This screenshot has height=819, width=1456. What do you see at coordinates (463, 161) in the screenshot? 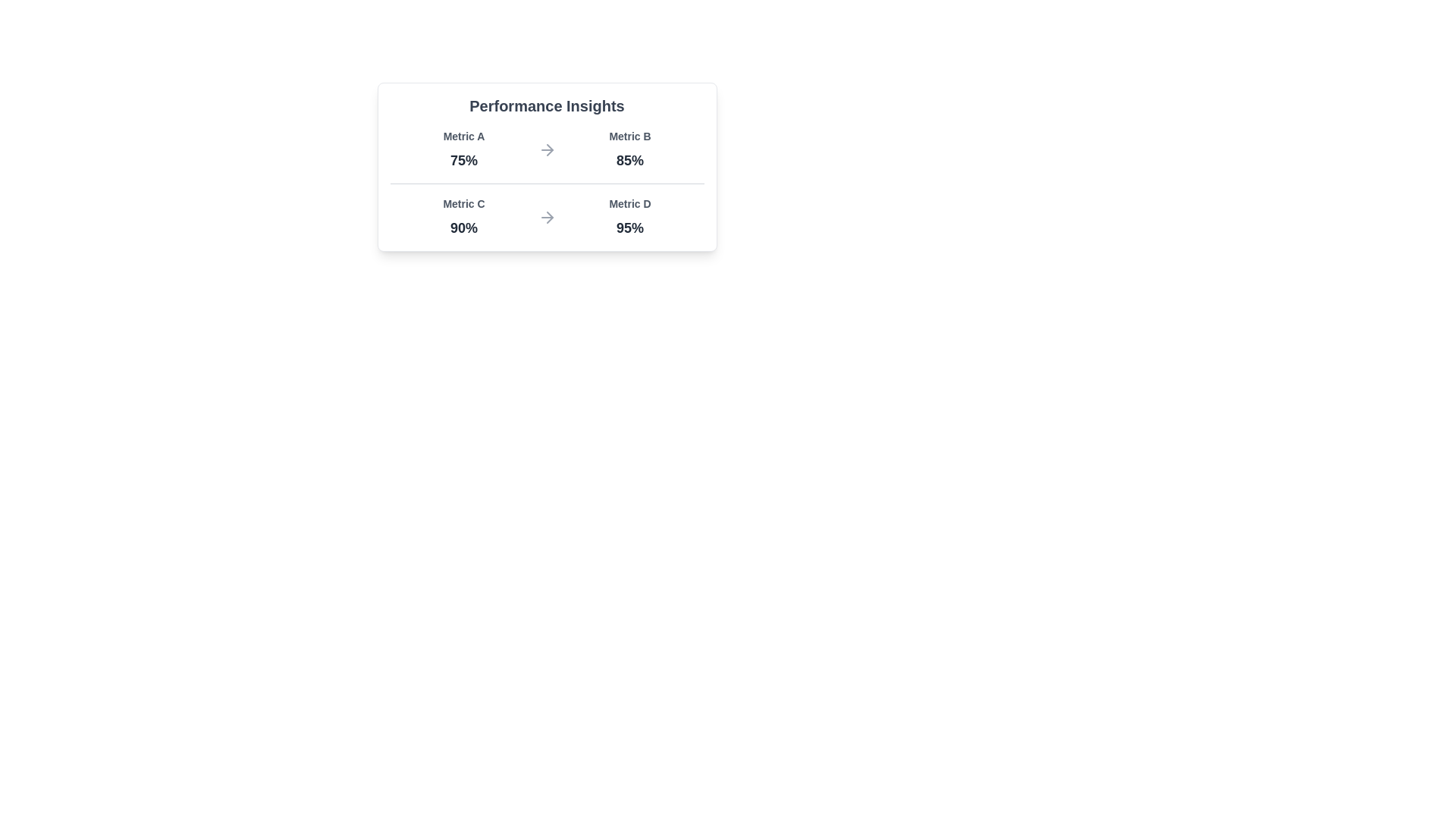
I see `the text label representing 'Metric A'` at bounding box center [463, 161].